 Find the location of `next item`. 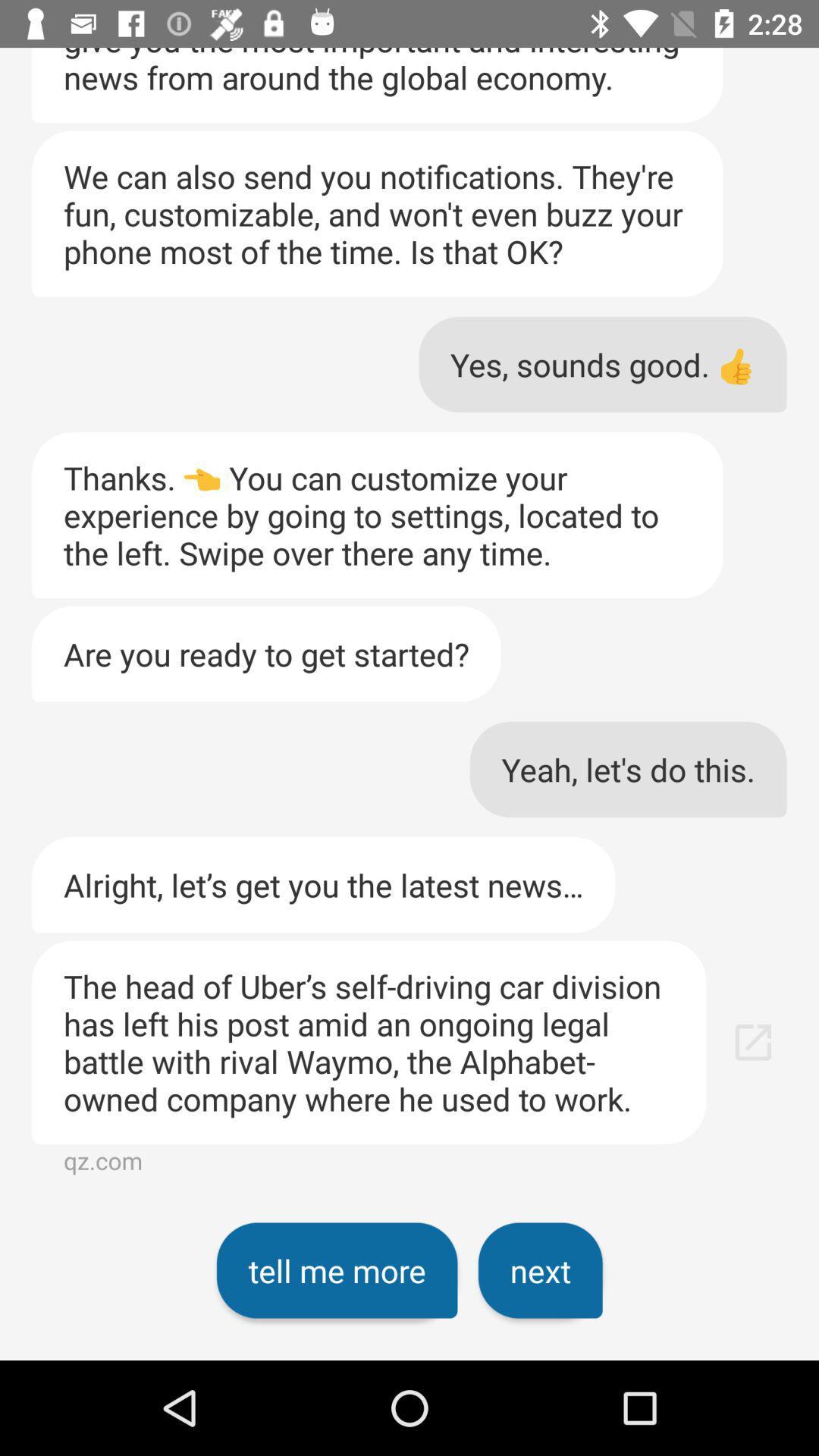

next item is located at coordinates (539, 1270).